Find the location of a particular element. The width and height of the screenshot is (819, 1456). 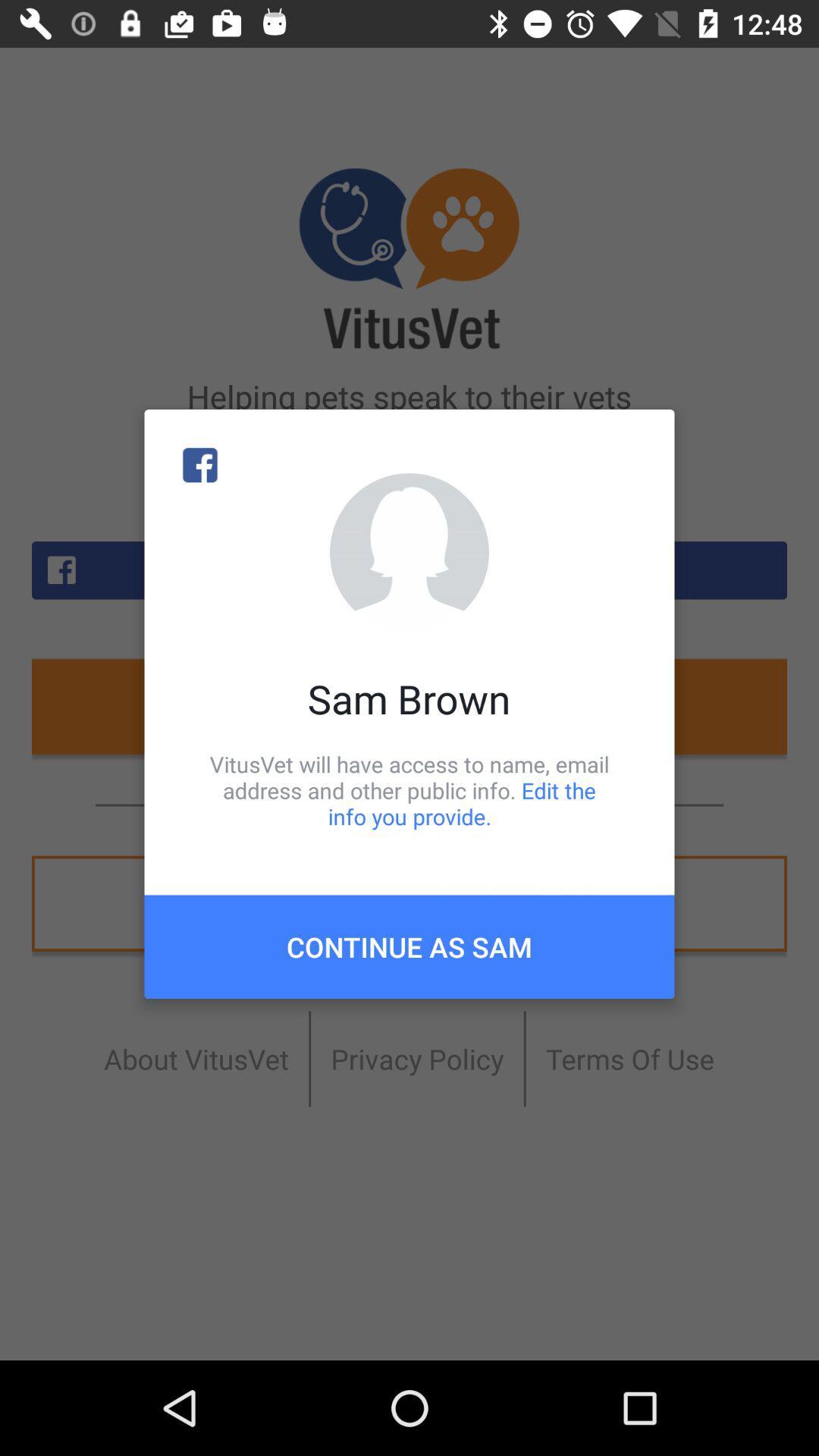

item below sam brown icon is located at coordinates (409, 789).